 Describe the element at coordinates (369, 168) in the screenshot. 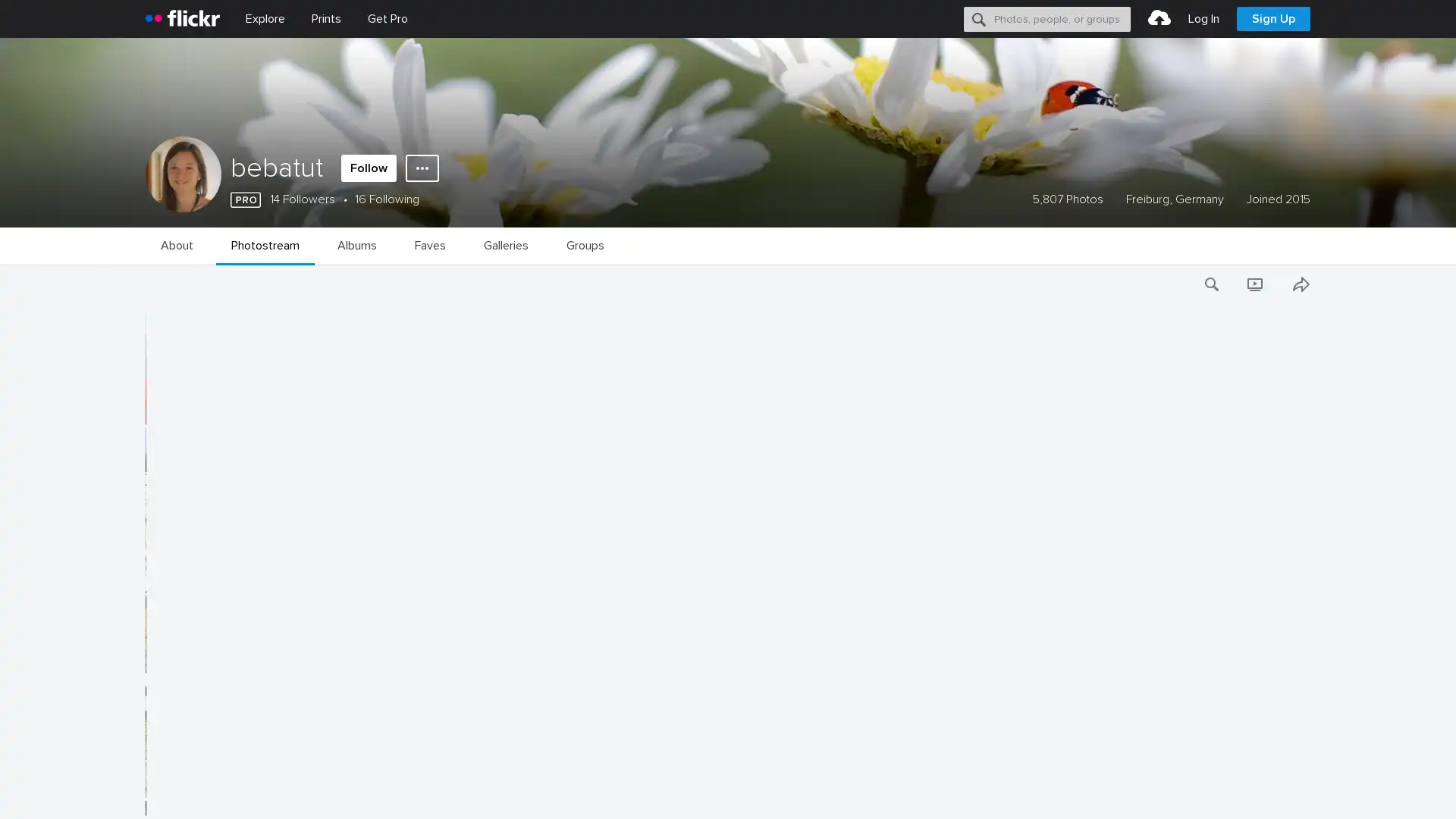

I see `Follow` at that location.